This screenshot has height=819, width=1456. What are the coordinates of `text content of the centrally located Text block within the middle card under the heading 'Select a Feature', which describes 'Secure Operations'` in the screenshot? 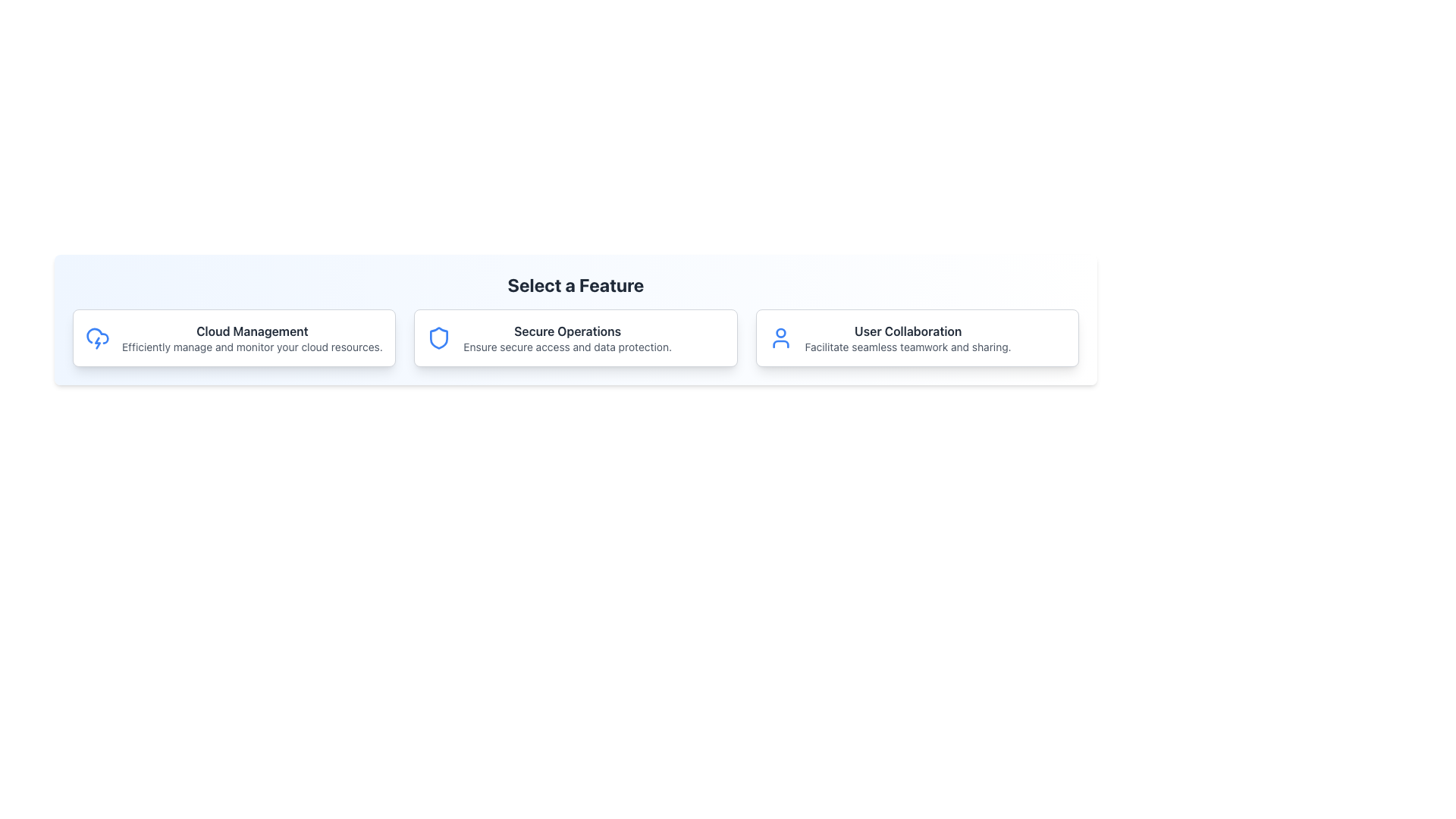 It's located at (566, 337).